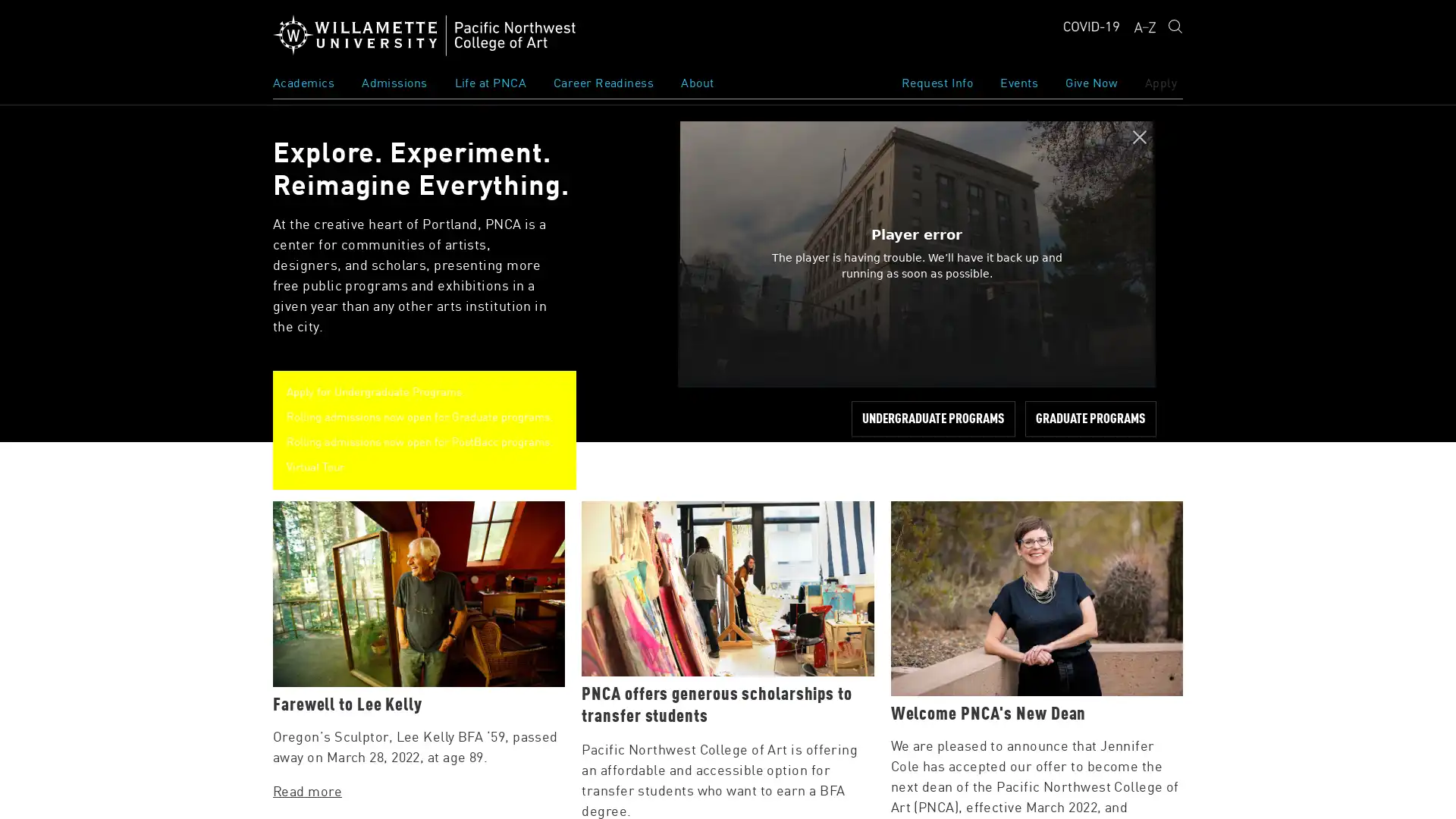 Image resolution: width=1456 pixels, height=819 pixels. Describe the element at coordinates (490, 85) in the screenshot. I see `Toggle Subnavigation` at that location.